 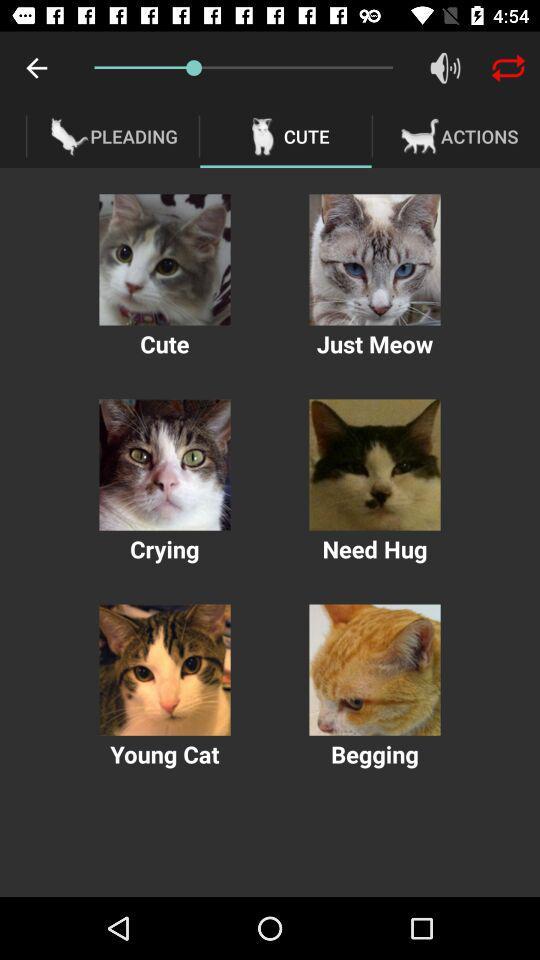 I want to click on additional cat info, so click(x=374, y=258).